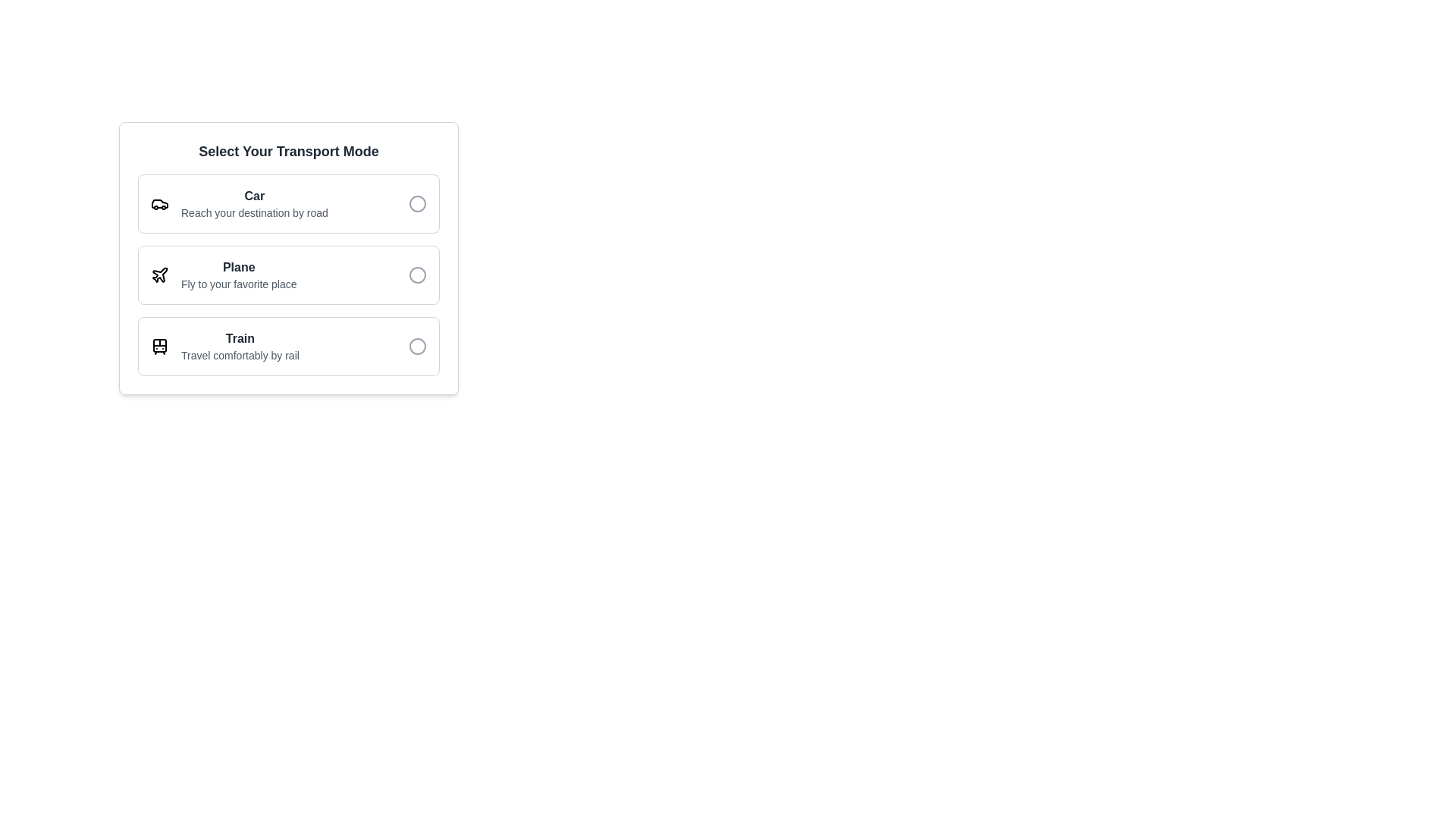 This screenshot has height=819, width=1456. Describe the element at coordinates (288, 152) in the screenshot. I see `the bold, large-sized text element that displays 'Select Your Transport Mode', which serves as a title or header for the section` at that location.